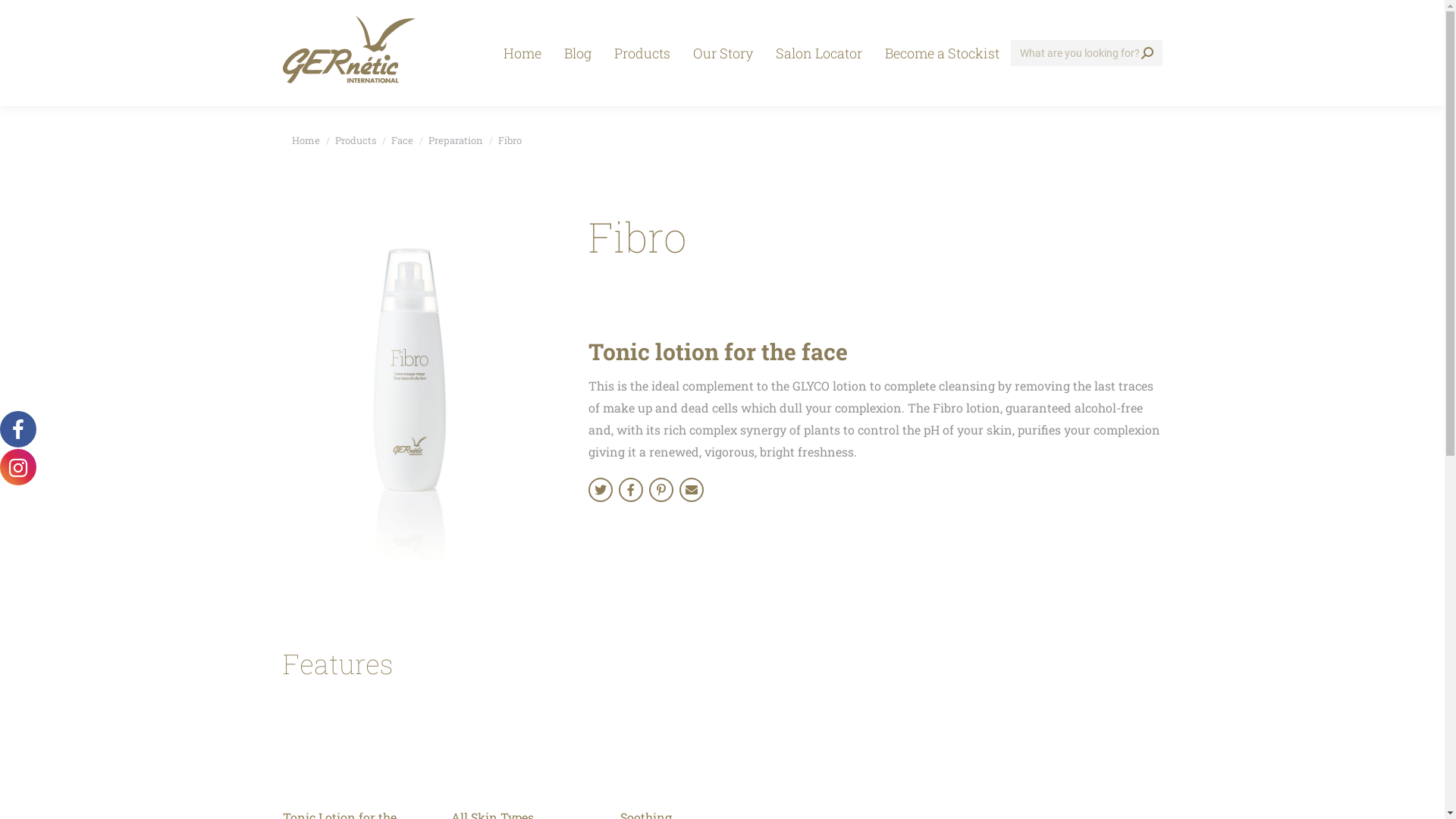 The image size is (1456, 819). Describe the element at coordinates (661, 489) in the screenshot. I see `'Pinterest'` at that location.